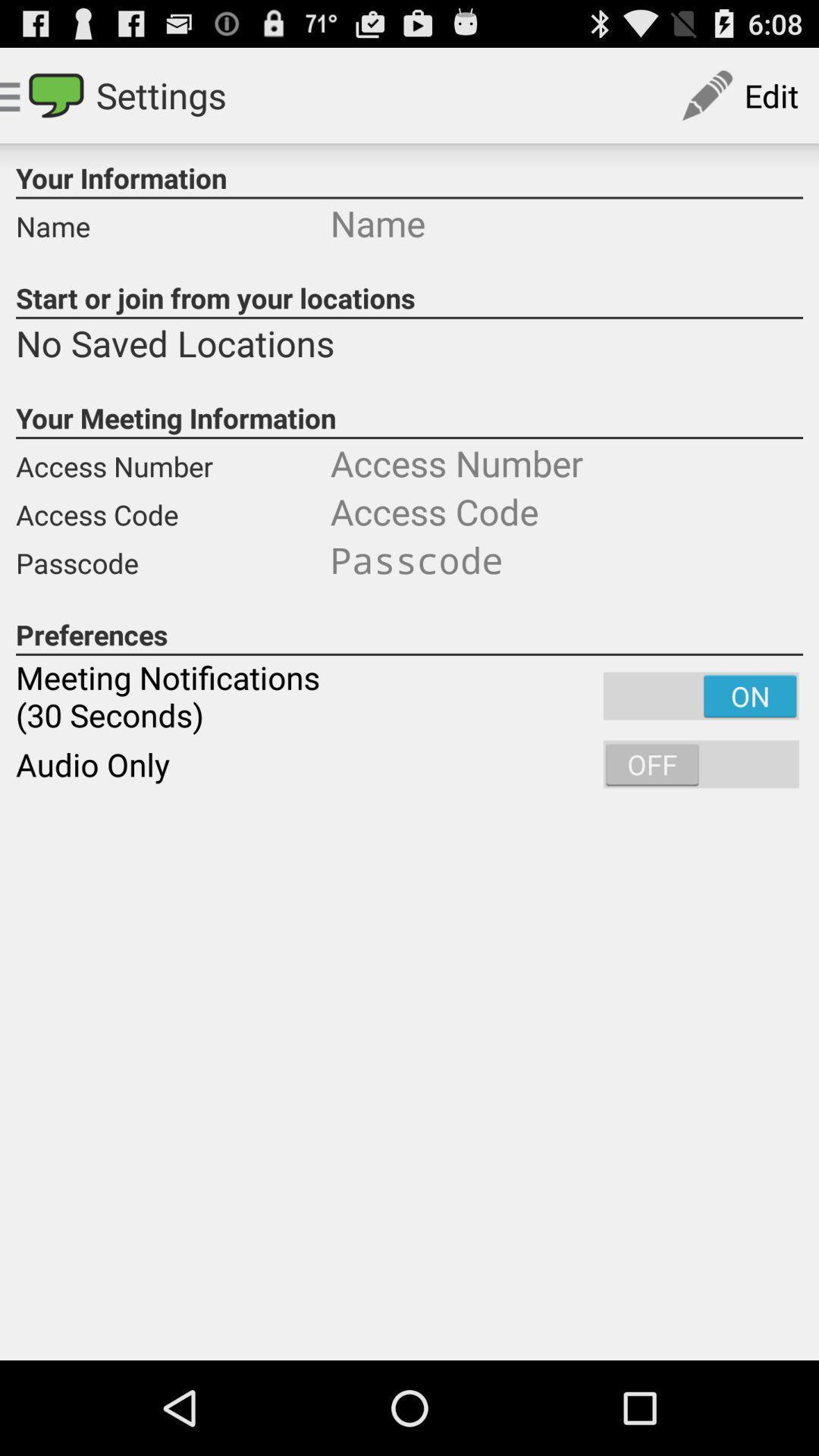 The height and width of the screenshot is (1456, 819). What do you see at coordinates (739, 94) in the screenshot?
I see `edit button` at bounding box center [739, 94].